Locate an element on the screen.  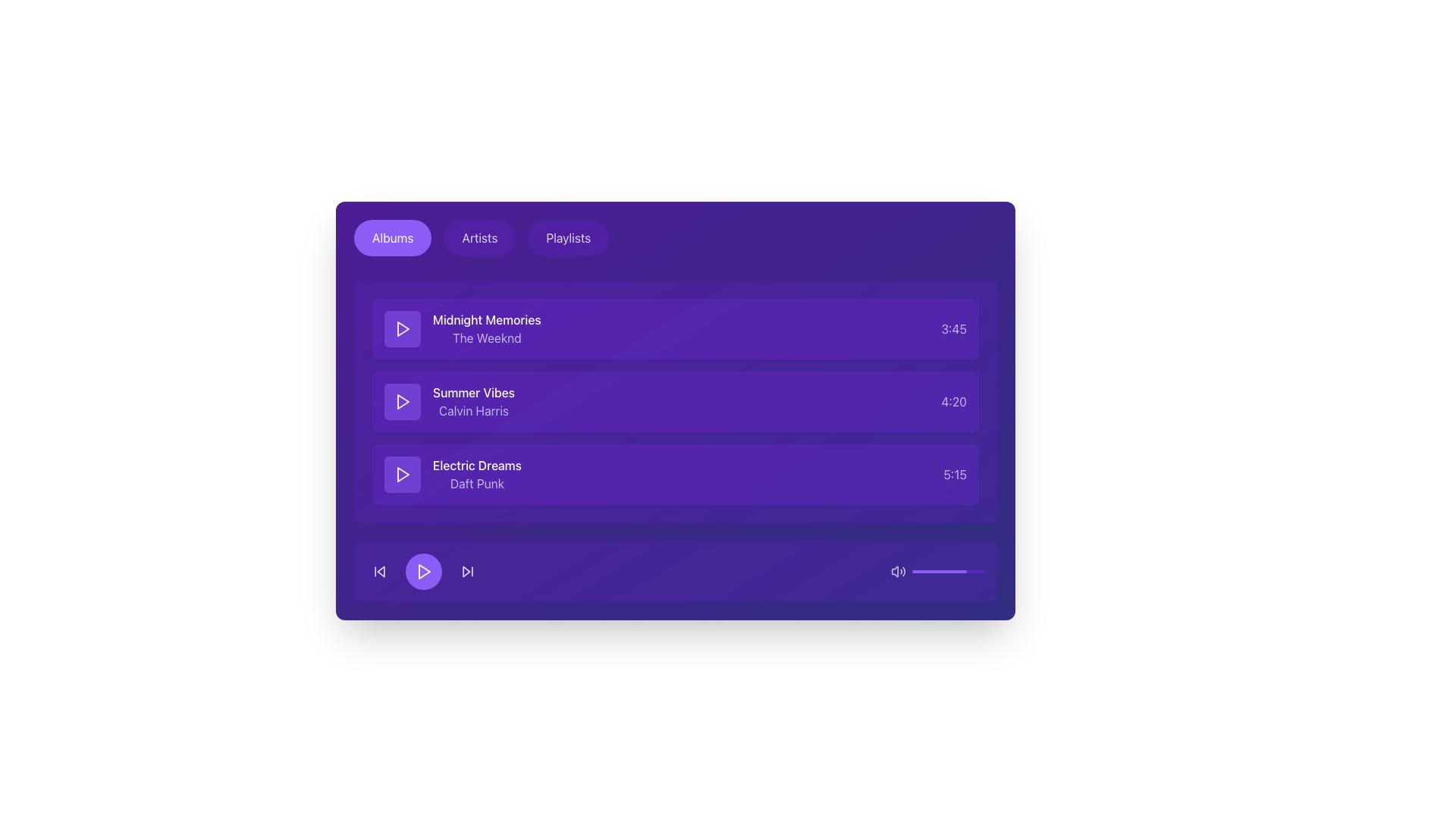
the play button located to the left of the song title 'Summer Vibes' and artist 'Calvin Harris' to initiate playback for the associated song is located at coordinates (403, 400).